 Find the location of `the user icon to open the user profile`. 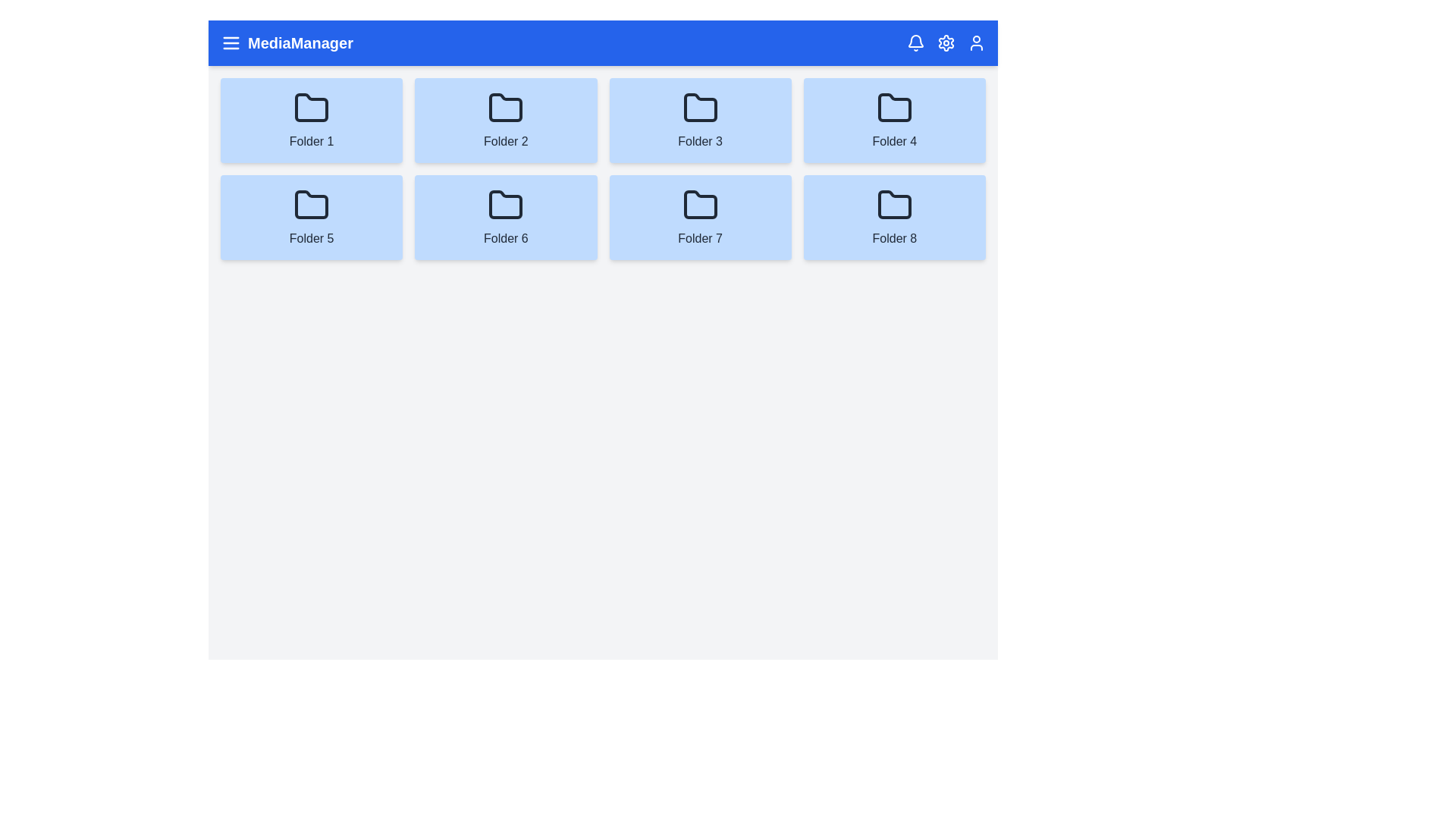

the user icon to open the user profile is located at coordinates (976, 42).